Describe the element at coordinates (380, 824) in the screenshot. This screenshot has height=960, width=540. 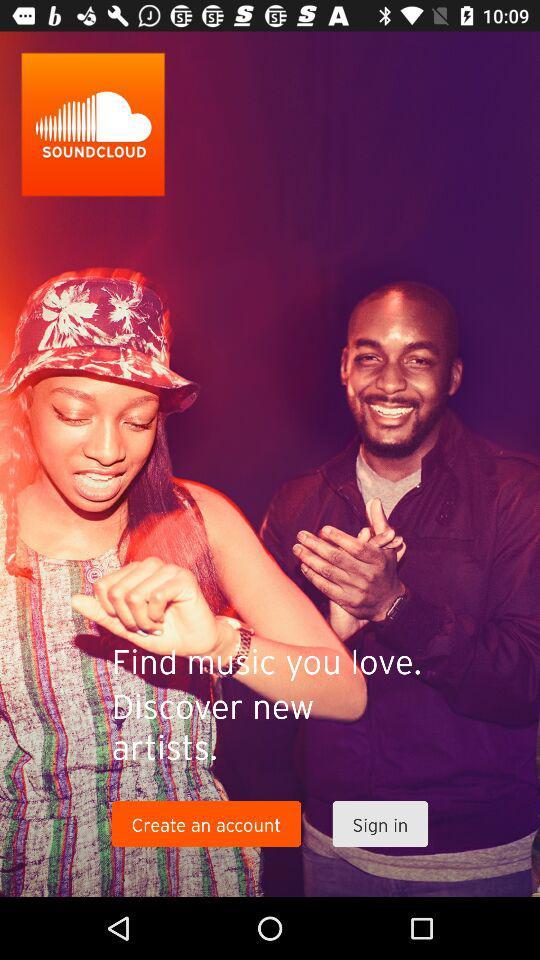
I see `the item to the right of the create an account` at that location.